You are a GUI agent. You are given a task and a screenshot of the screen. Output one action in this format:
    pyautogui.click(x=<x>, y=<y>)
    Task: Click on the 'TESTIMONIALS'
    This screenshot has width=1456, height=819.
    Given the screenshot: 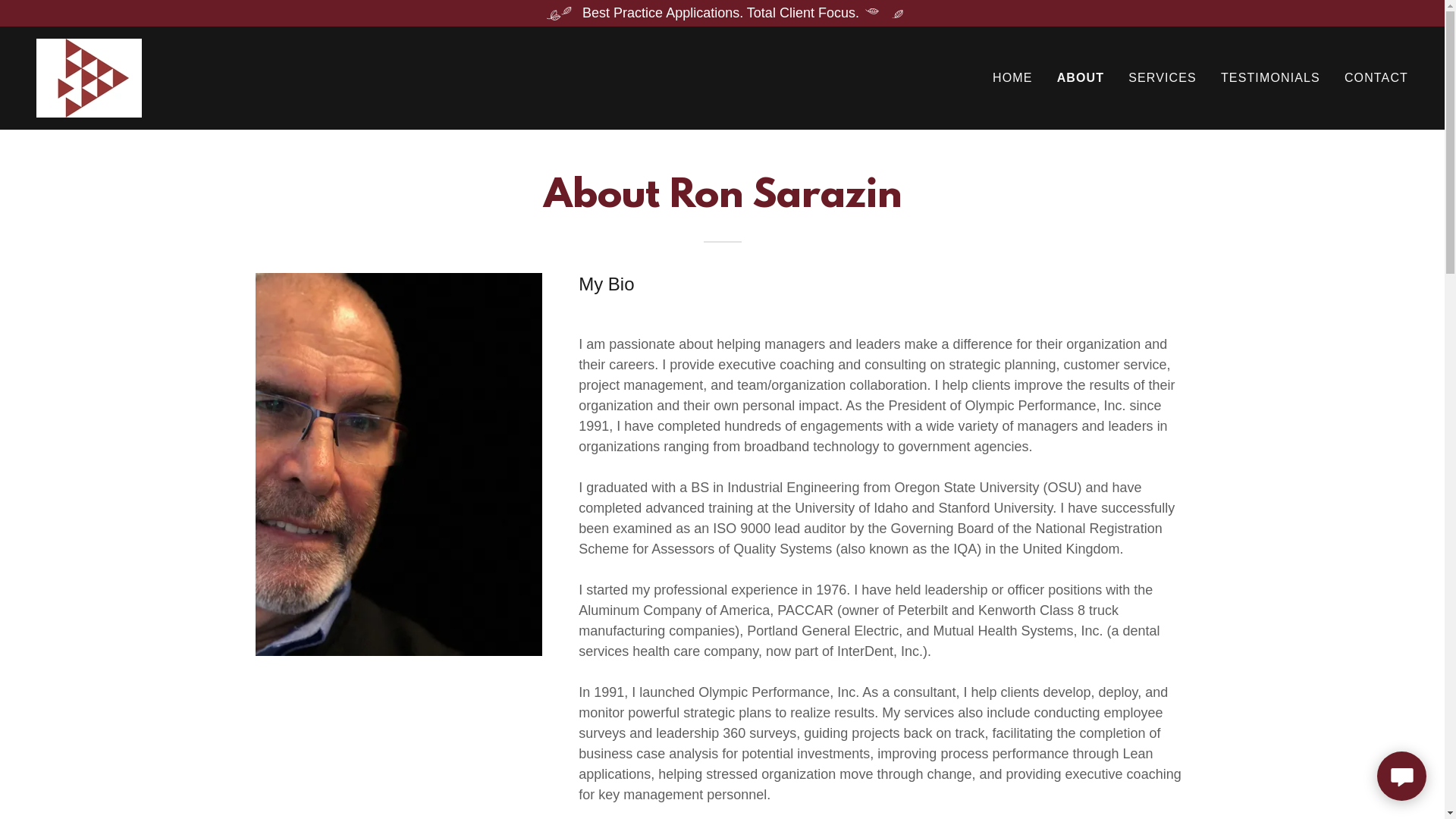 What is the action you would take?
    pyautogui.click(x=1216, y=78)
    